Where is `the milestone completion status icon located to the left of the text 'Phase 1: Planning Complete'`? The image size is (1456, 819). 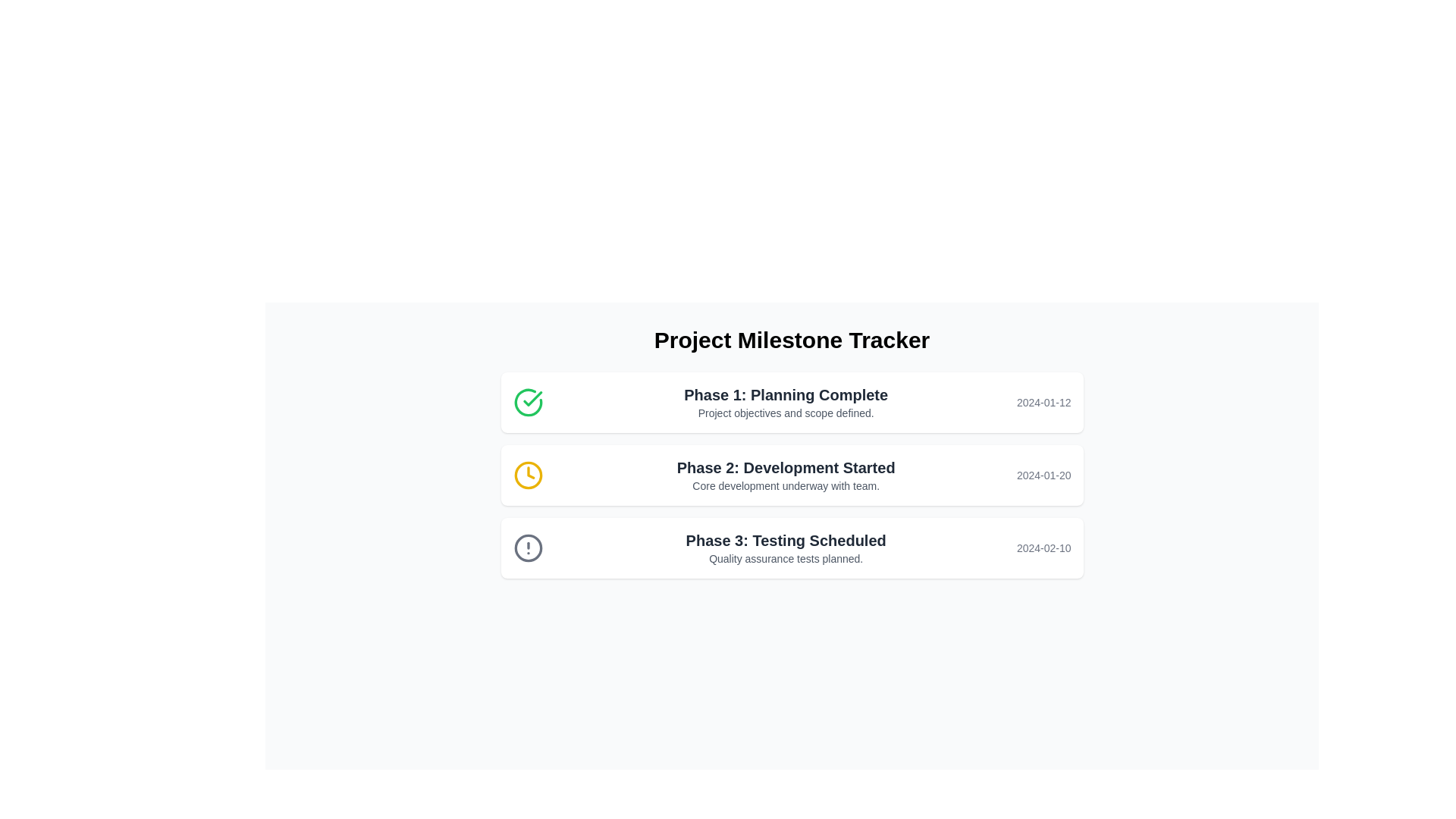 the milestone completion status icon located to the left of the text 'Phase 1: Planning Complete' is located at coordinates (528, 402).